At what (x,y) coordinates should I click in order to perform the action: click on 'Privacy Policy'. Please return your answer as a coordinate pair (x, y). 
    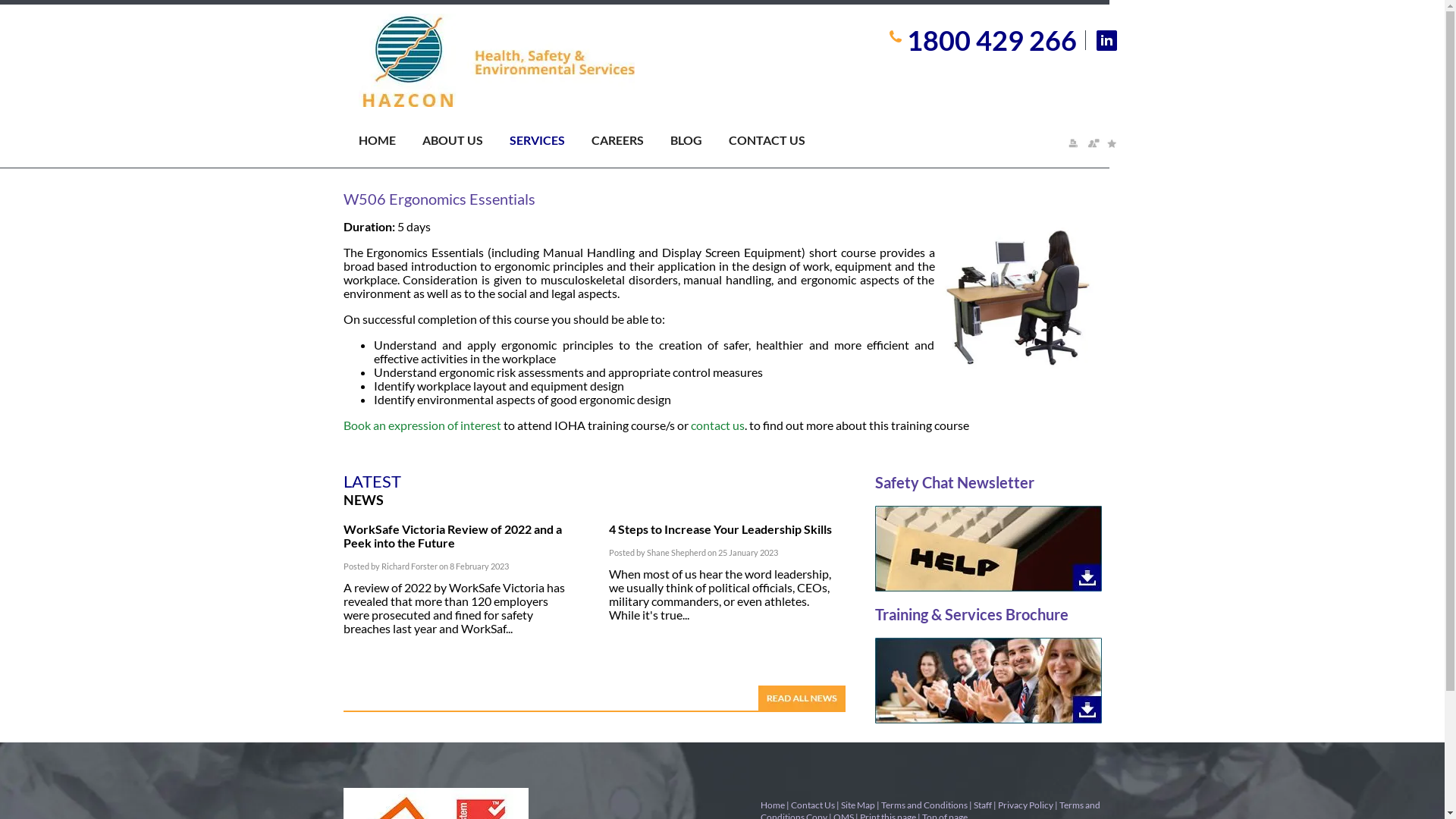
    Looking at the image, I should click on (1025, 804).